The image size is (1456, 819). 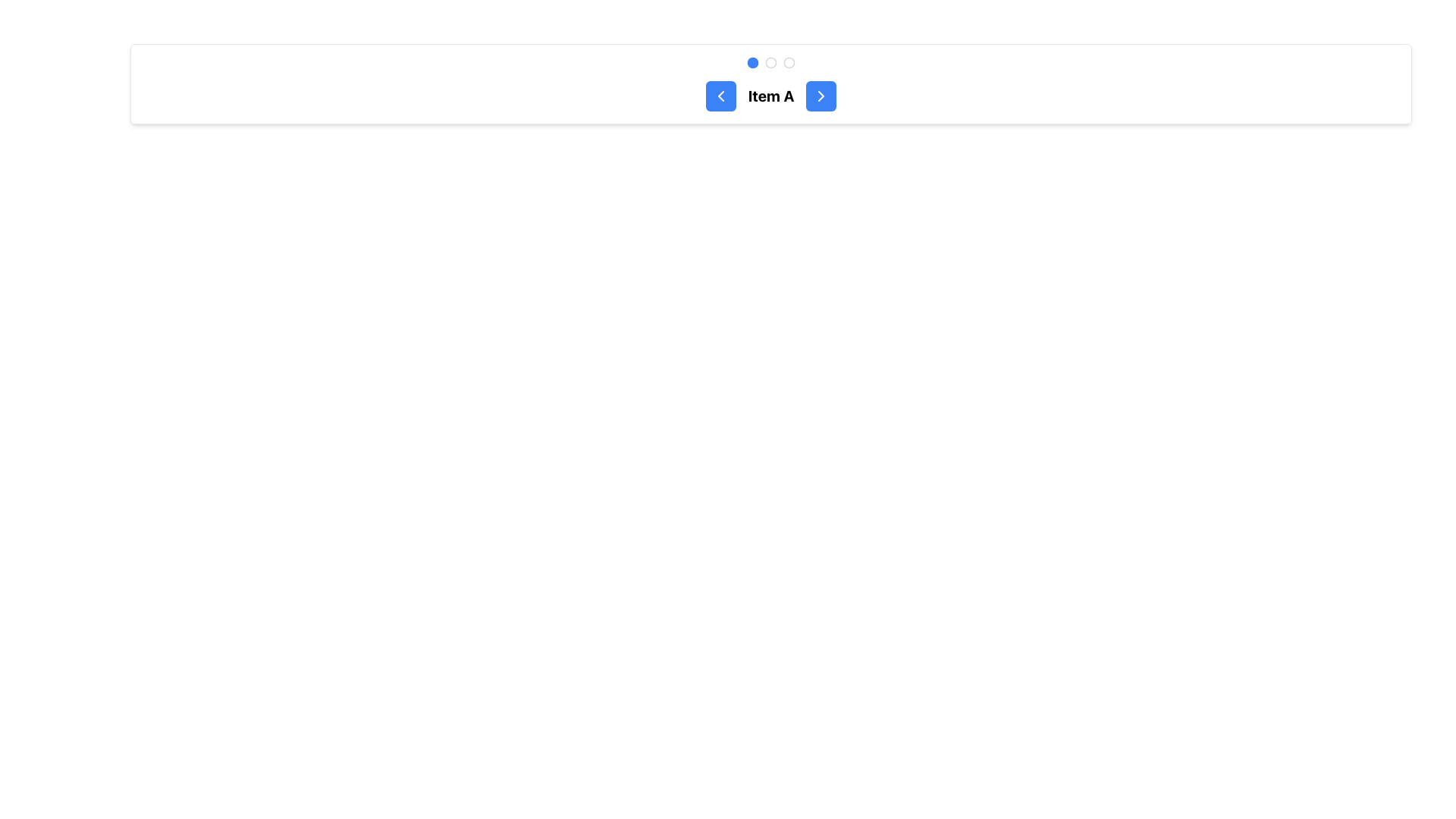 I want to click on the right-facing chevron icon inside the circular blue button on the far-right side of the control bar, so click(x=821, y=96).